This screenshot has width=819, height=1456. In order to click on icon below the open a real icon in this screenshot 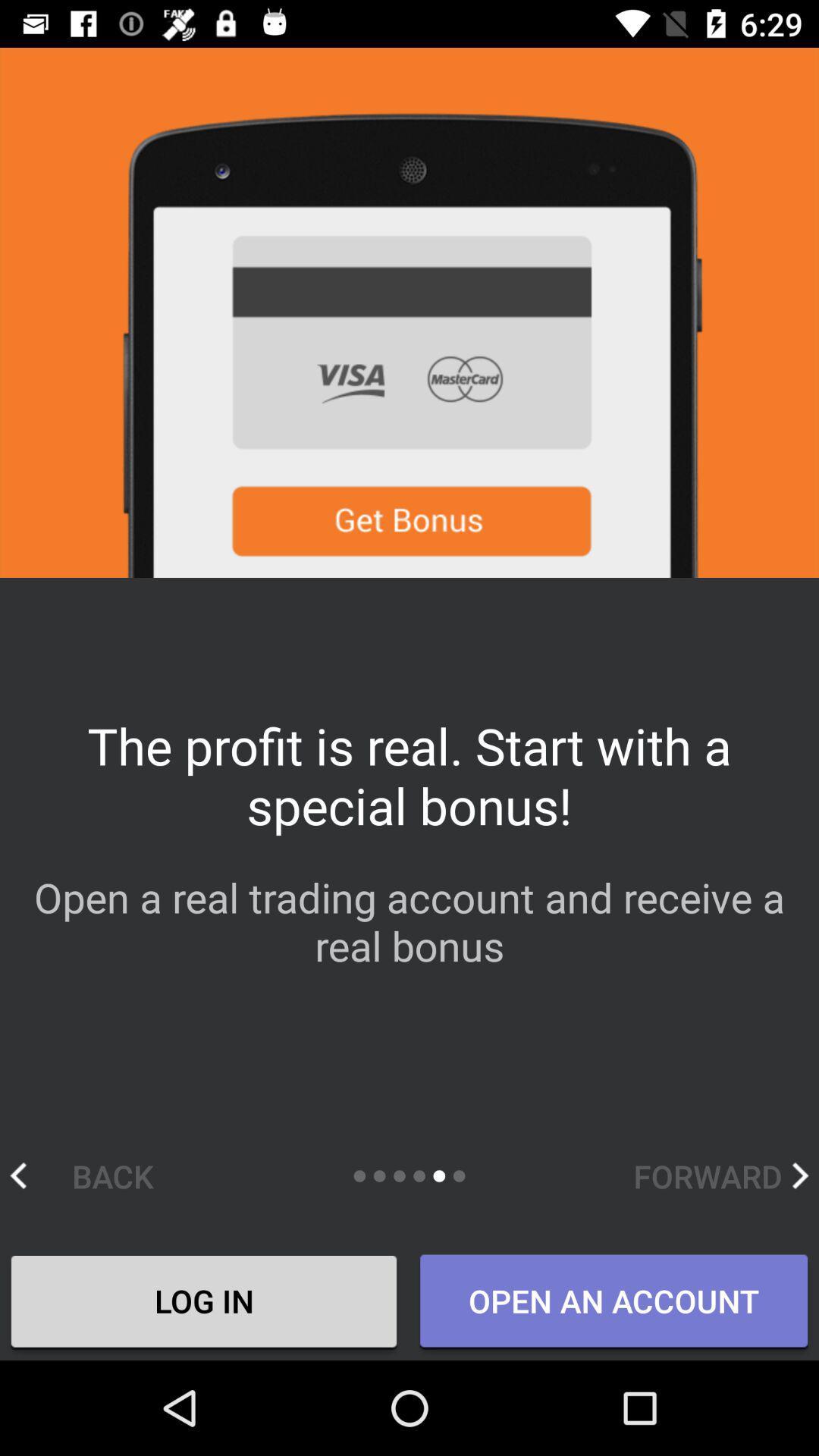, I will do `click(720, 1175)`.